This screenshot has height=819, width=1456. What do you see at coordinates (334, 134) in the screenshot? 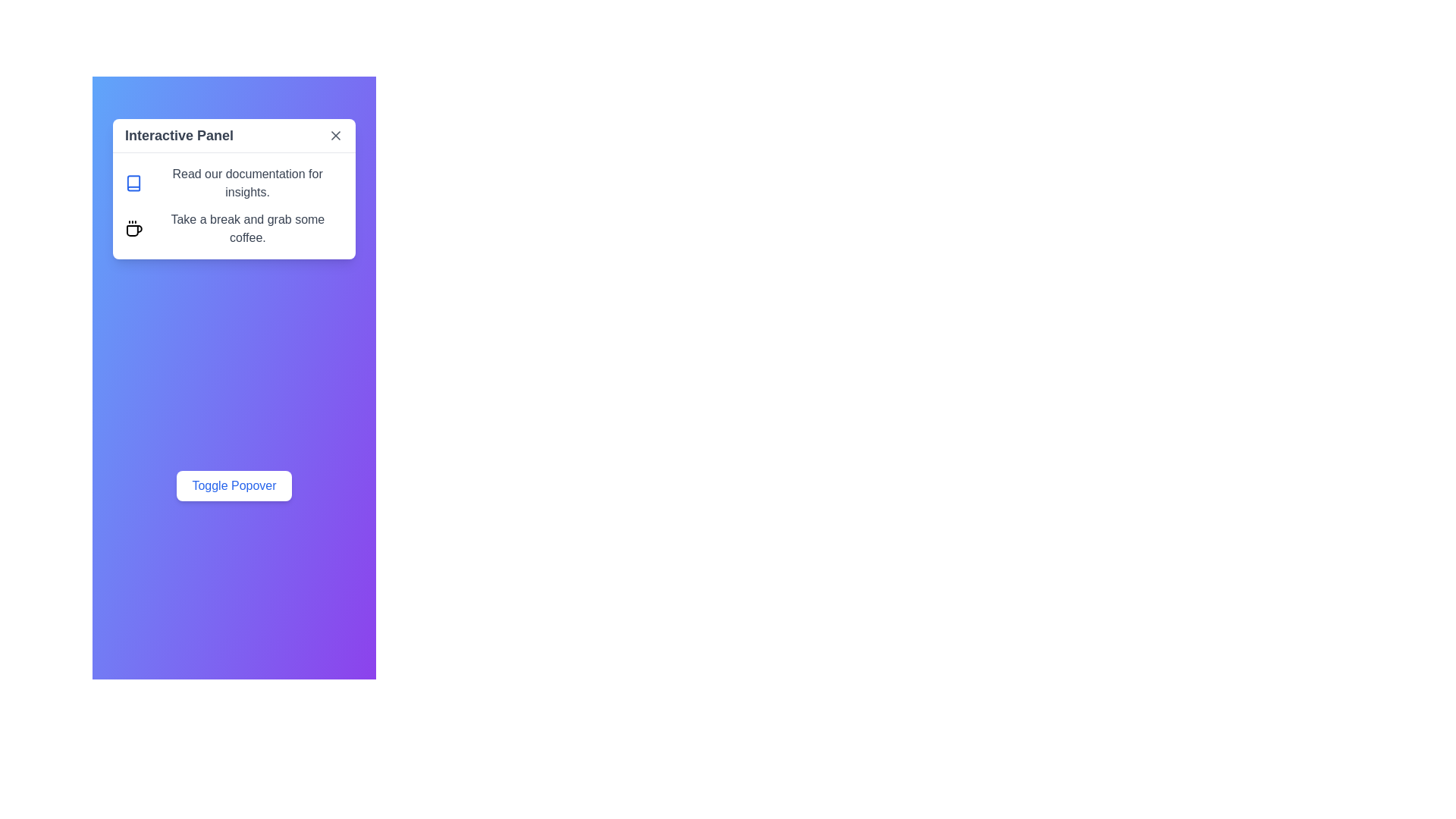
I see `the slanted cross icon located in the top-right corner of the 'Interactive Panel'` at bounding box center [334, 134].